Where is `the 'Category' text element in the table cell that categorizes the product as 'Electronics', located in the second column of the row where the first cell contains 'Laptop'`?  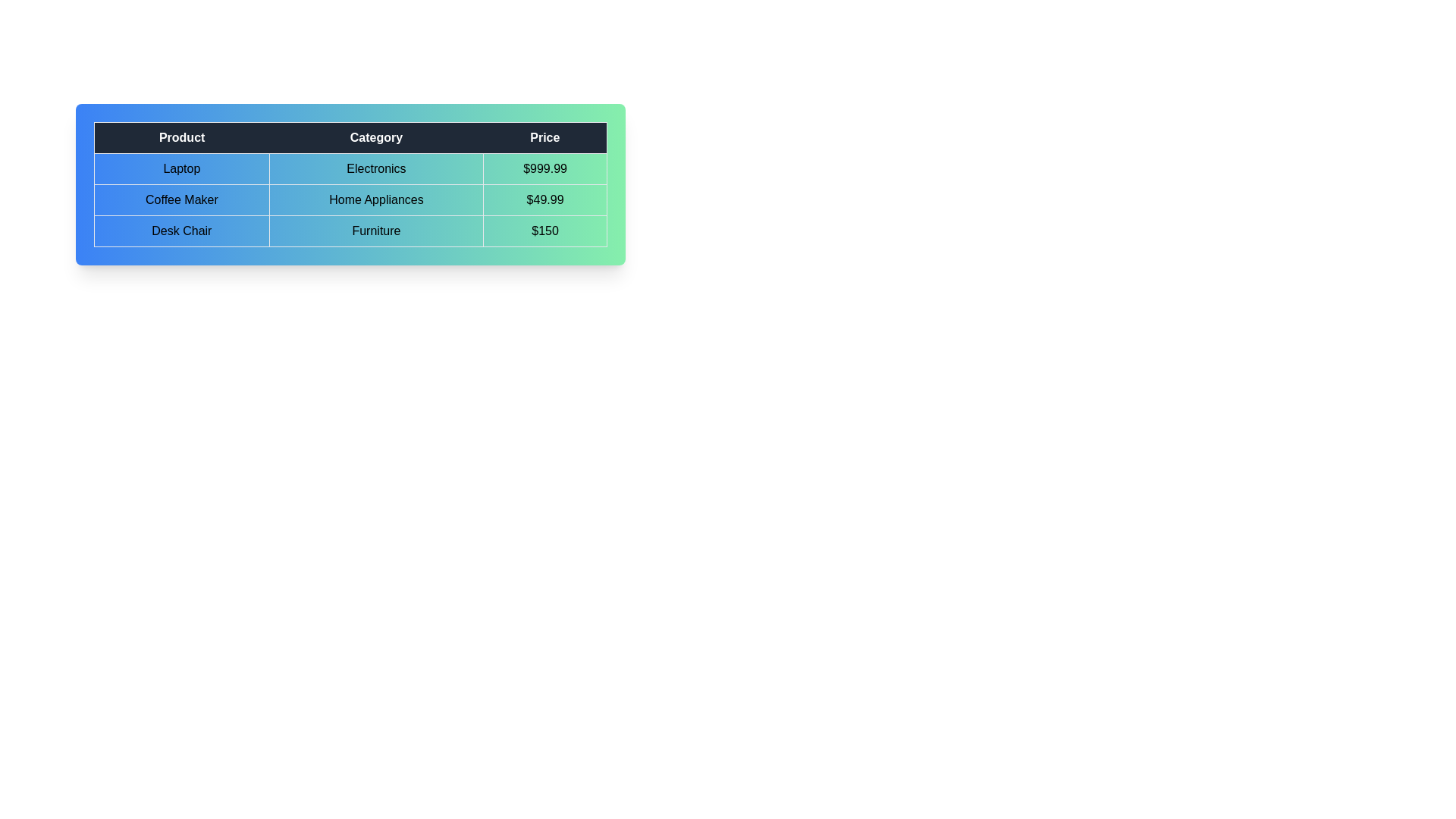
the 'Category' text element in the table cell that categorizes the product as 'Electronics', located in the second column of the row where the first cell contains 'Laptop' is located at coordinates (376, 169).